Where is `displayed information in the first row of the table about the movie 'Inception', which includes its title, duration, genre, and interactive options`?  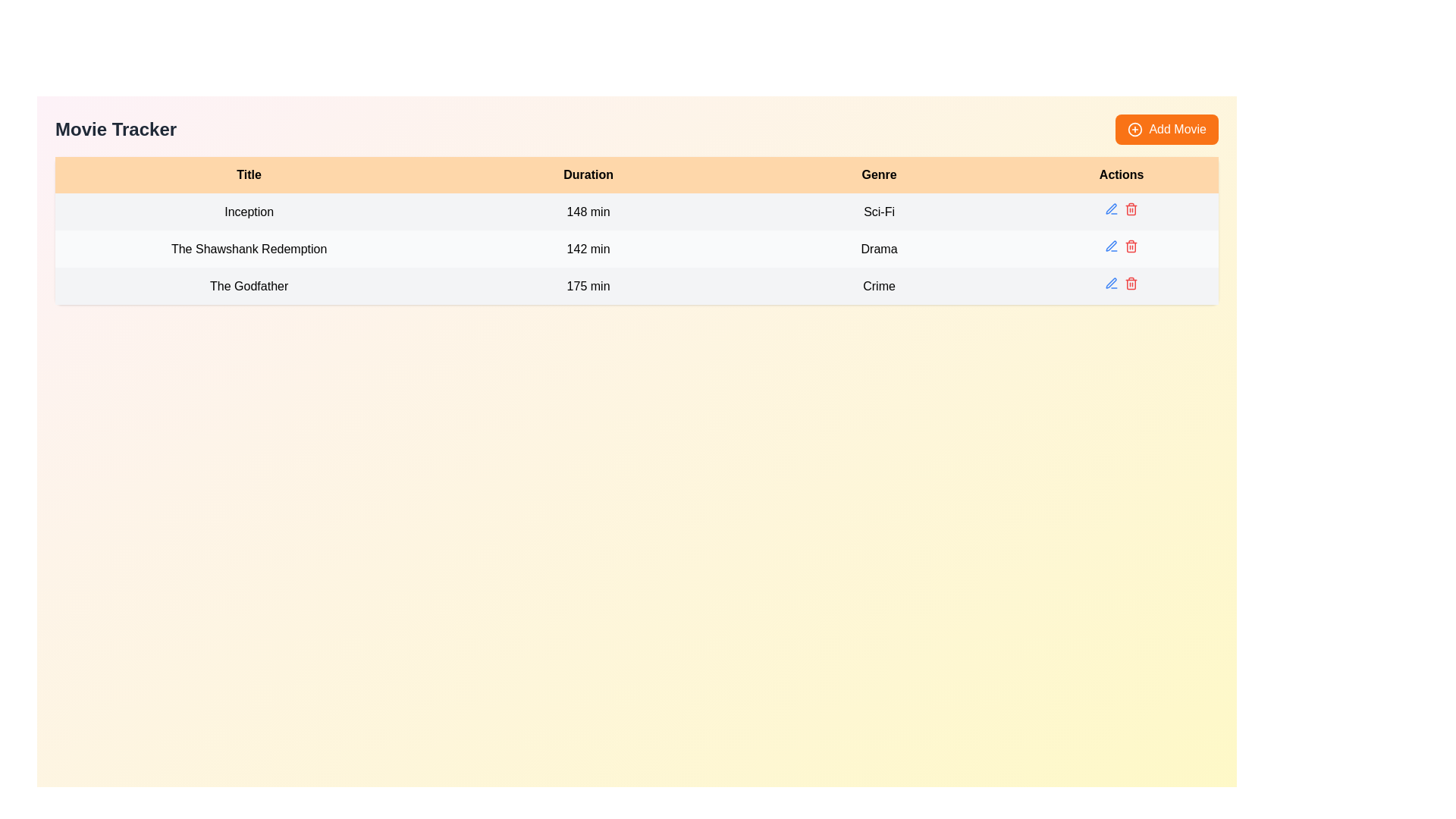 displayed information in the first row of the table about the movie 'Inception', which includes its title, duration, genre, and interactive options is located at coordinates (637, 212).